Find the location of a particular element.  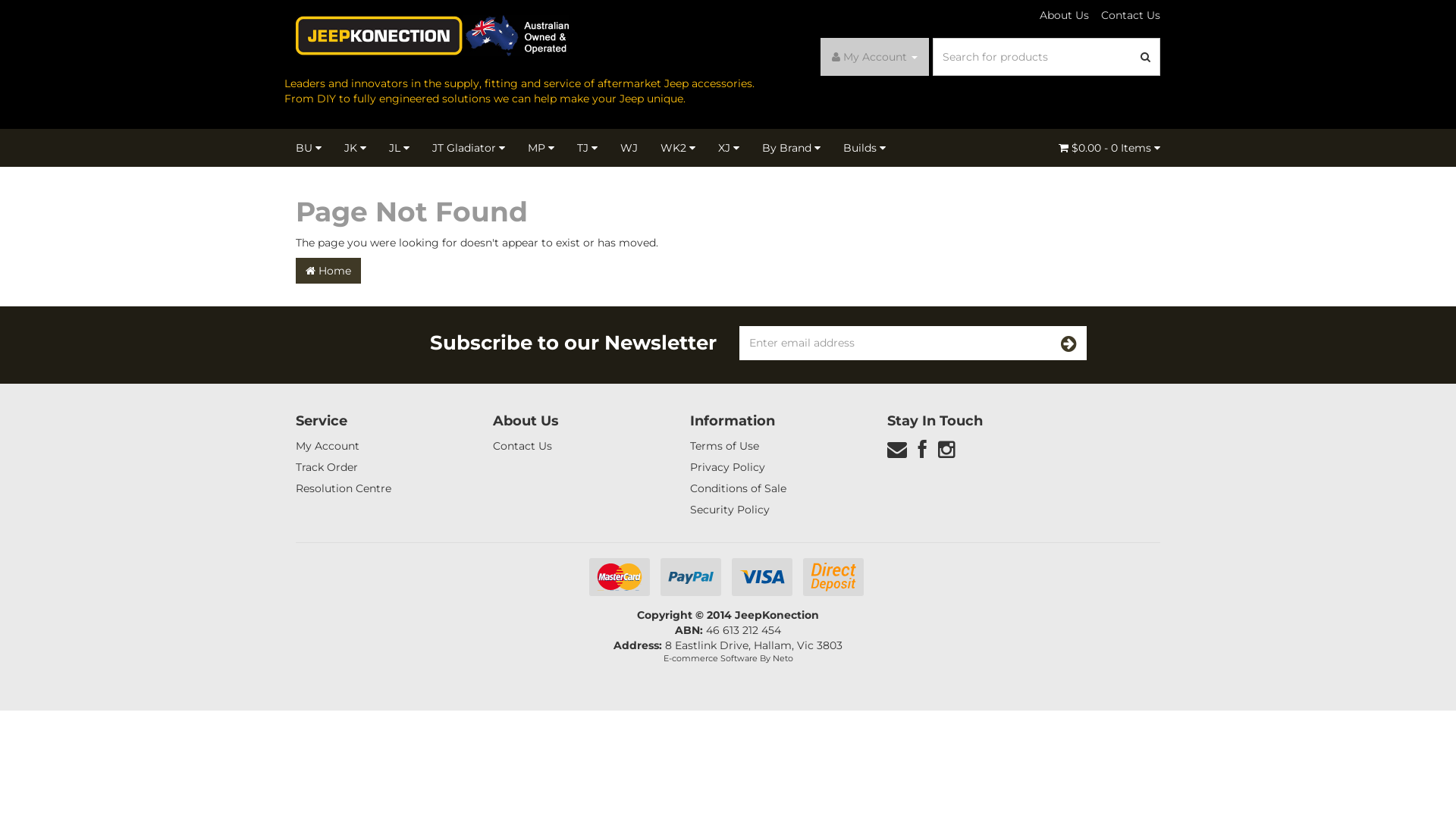

'My Account' is located at coordinates (874, 55).